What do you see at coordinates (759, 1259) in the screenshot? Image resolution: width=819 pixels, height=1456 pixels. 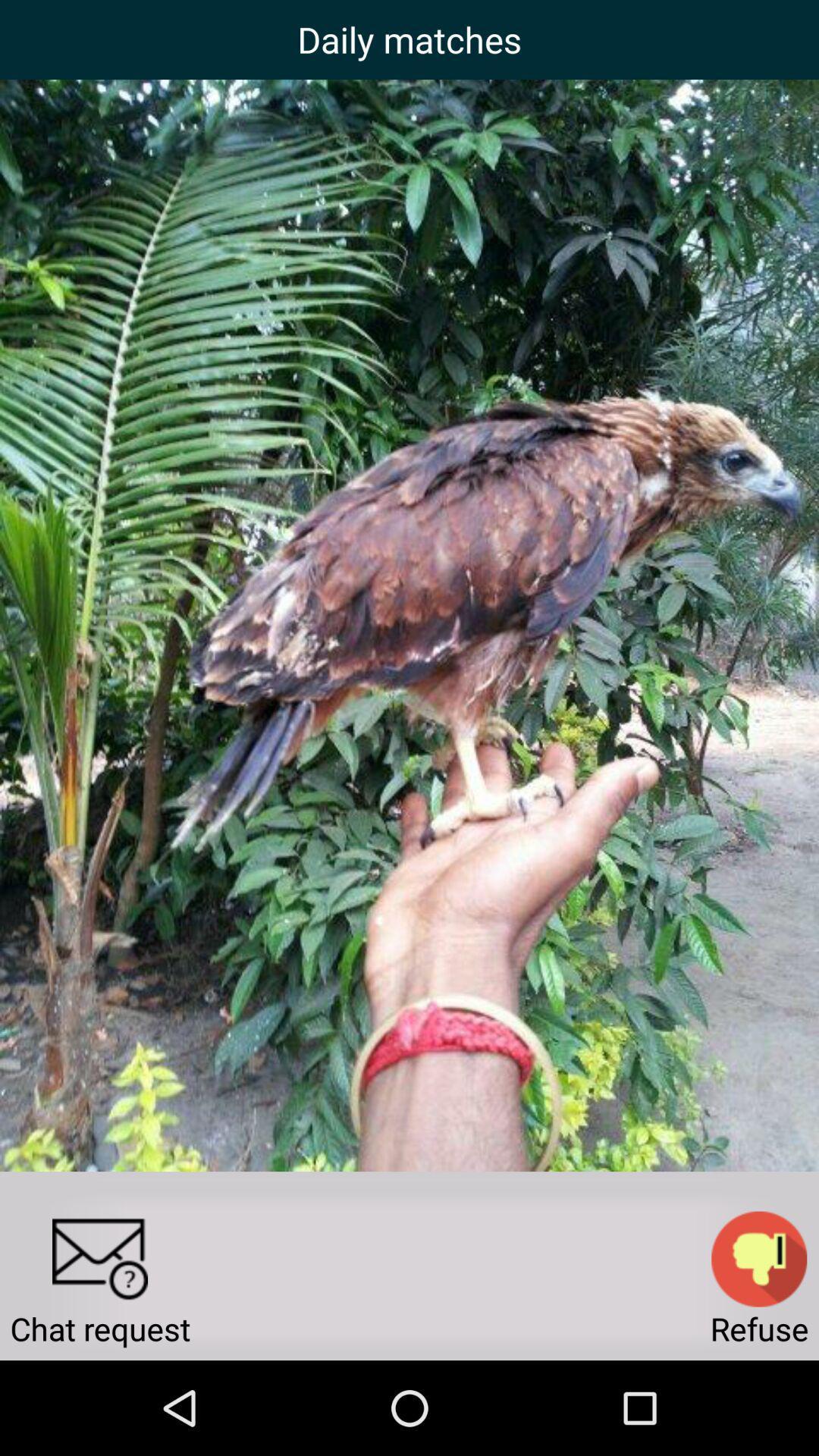 I see `the app to the right of chat request app` at bounding box center [759, 1259].